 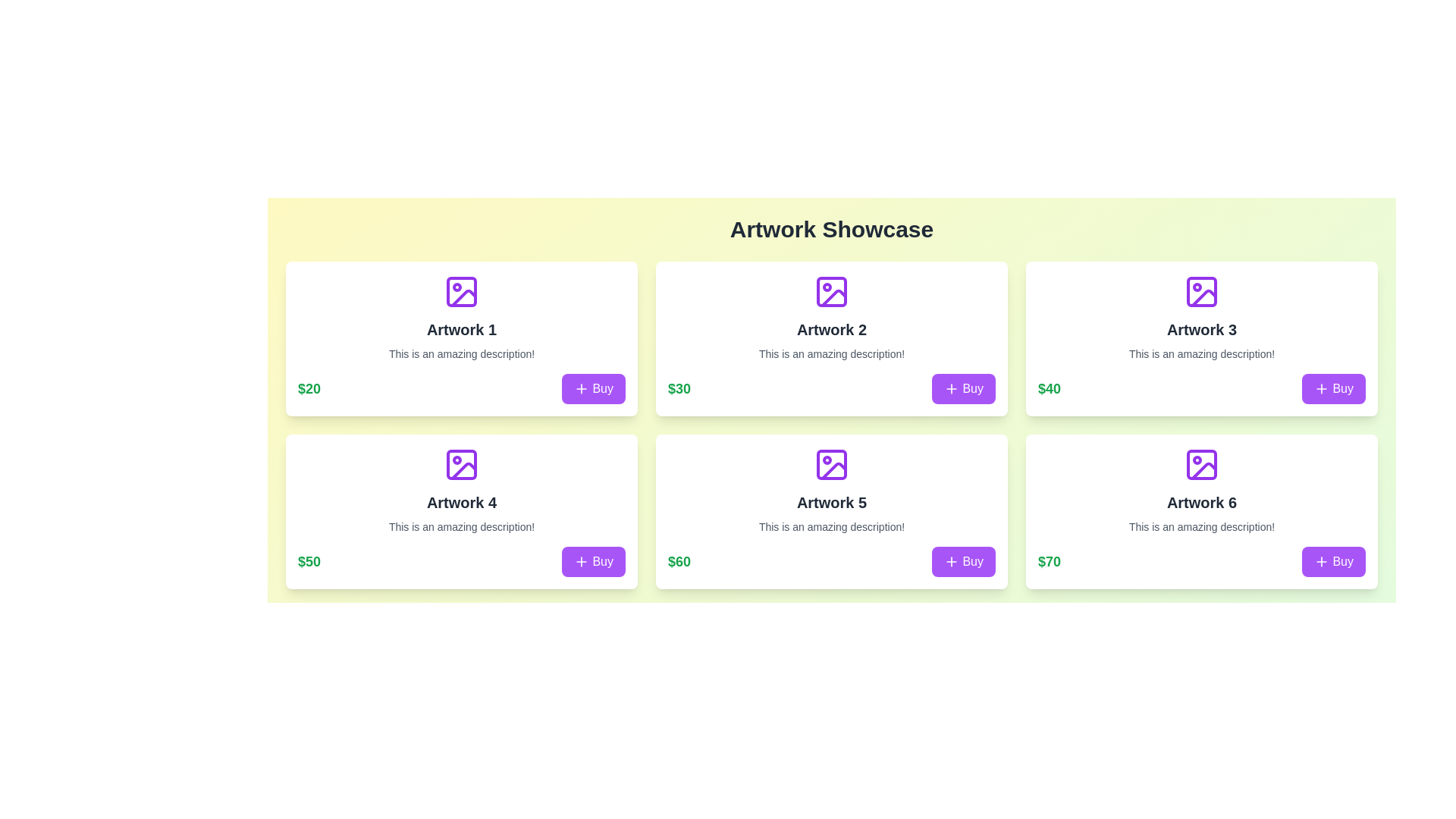 I want to click on the descriptive text label stating 'This is an amazing description!' located beneath the title of 'Artwork 5', so click(x=831, y=526).